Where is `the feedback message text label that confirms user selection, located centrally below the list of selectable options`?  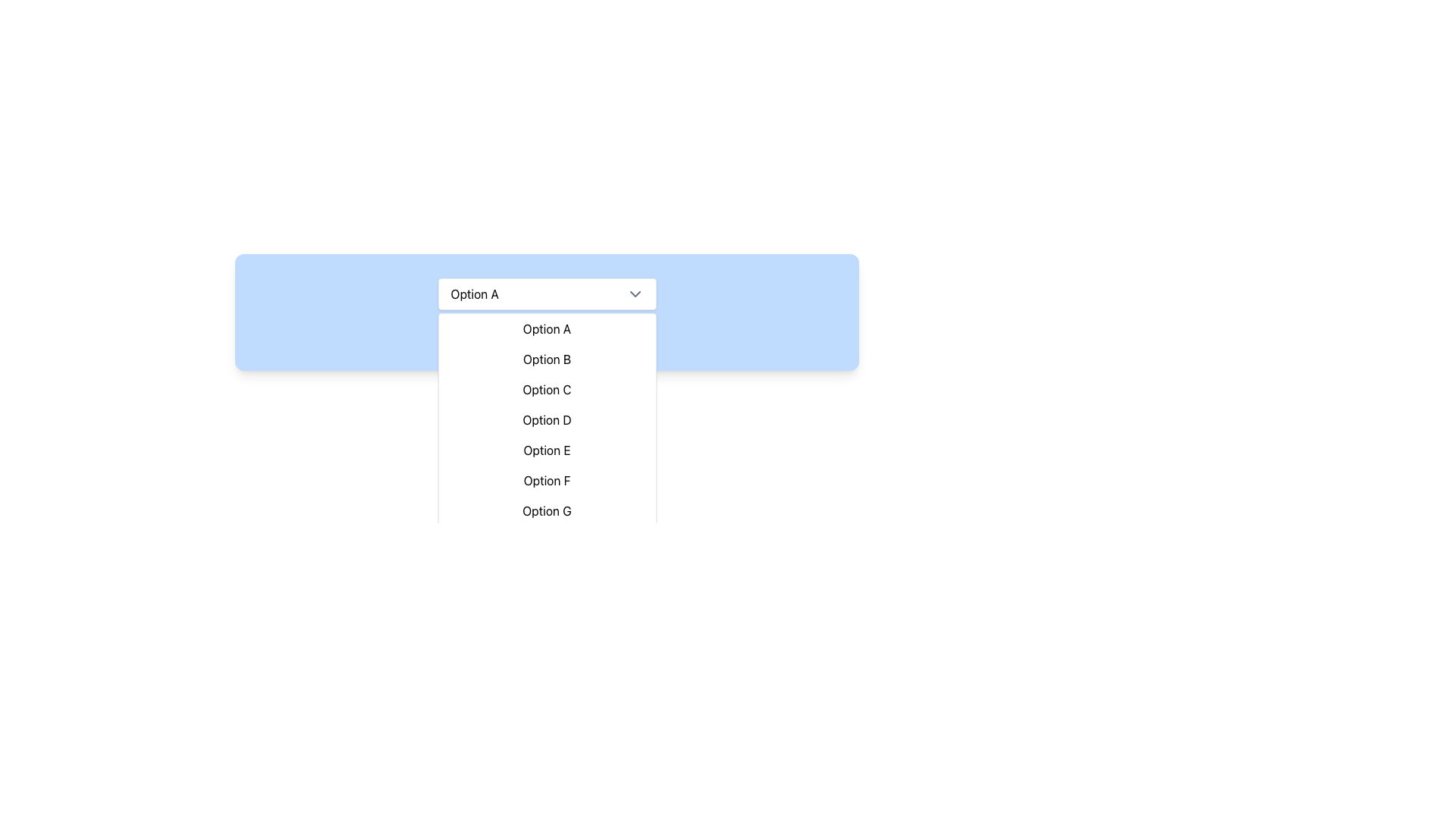 the feedback message text label that confirms user selection, located centrally below the list of selectable options is located at coordinates (546, 336).